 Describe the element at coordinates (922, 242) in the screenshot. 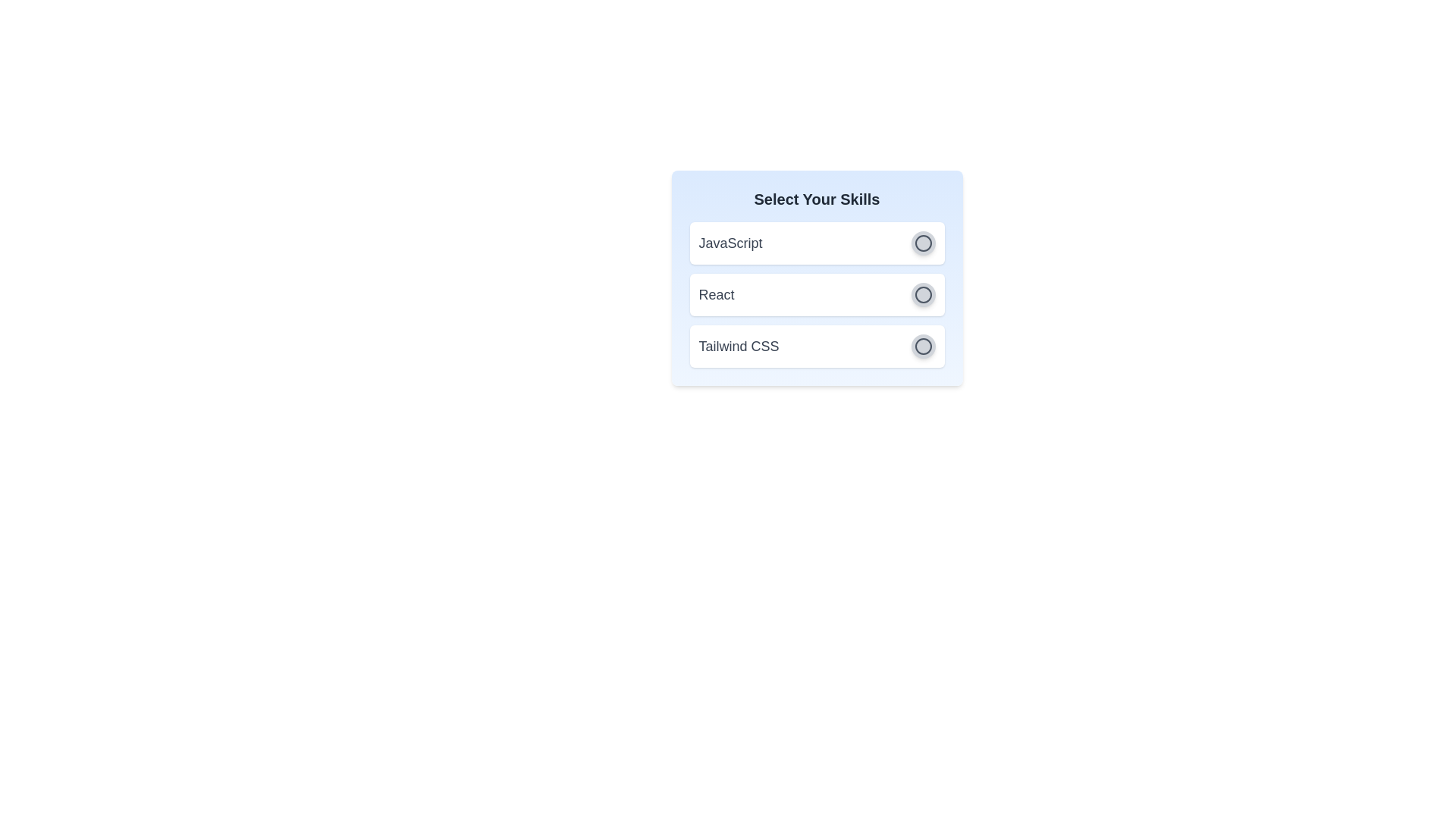

I see `the skill JavaScript` at that location.